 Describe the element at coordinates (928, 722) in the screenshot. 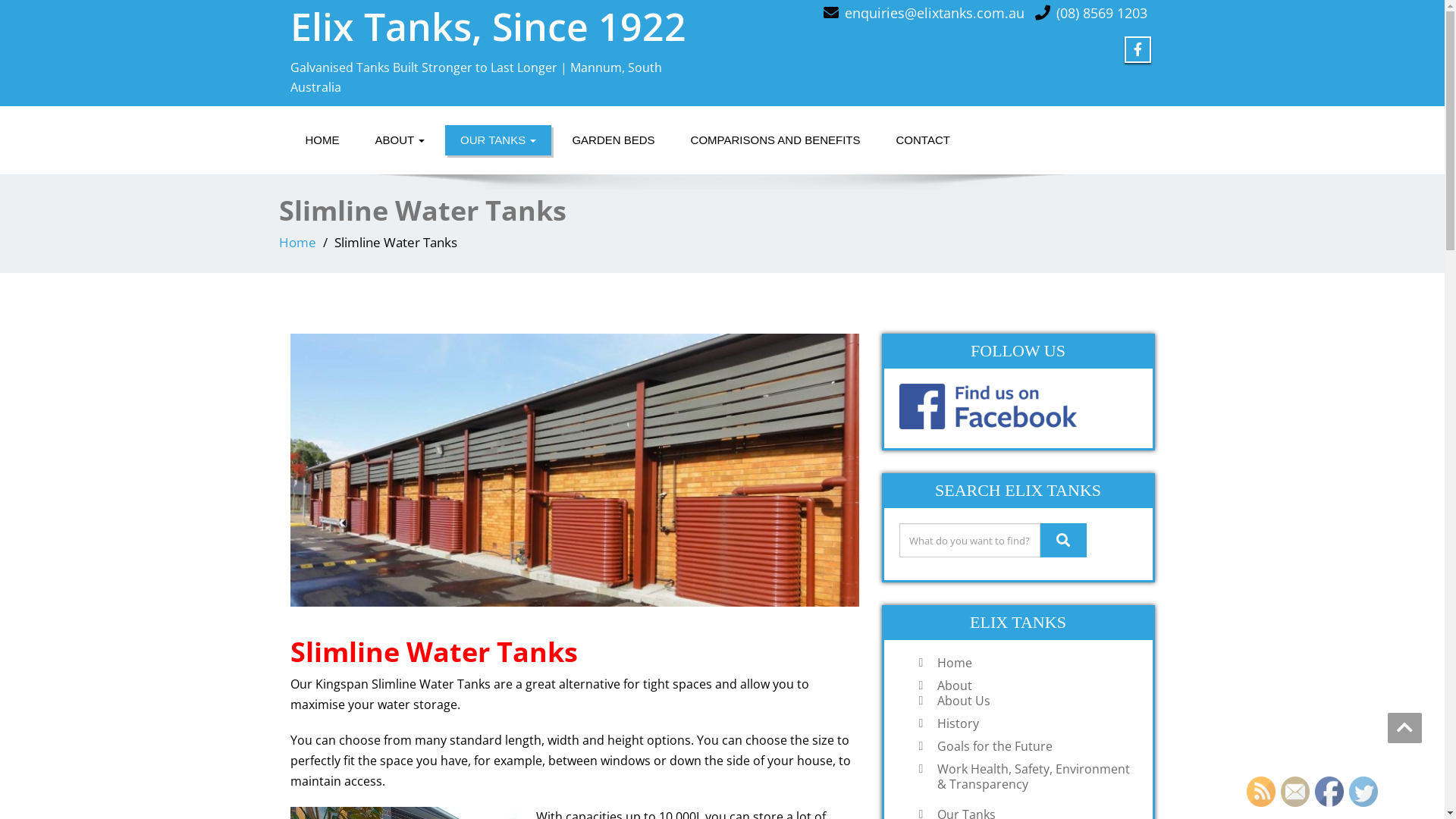

I see `'History'` at that location.